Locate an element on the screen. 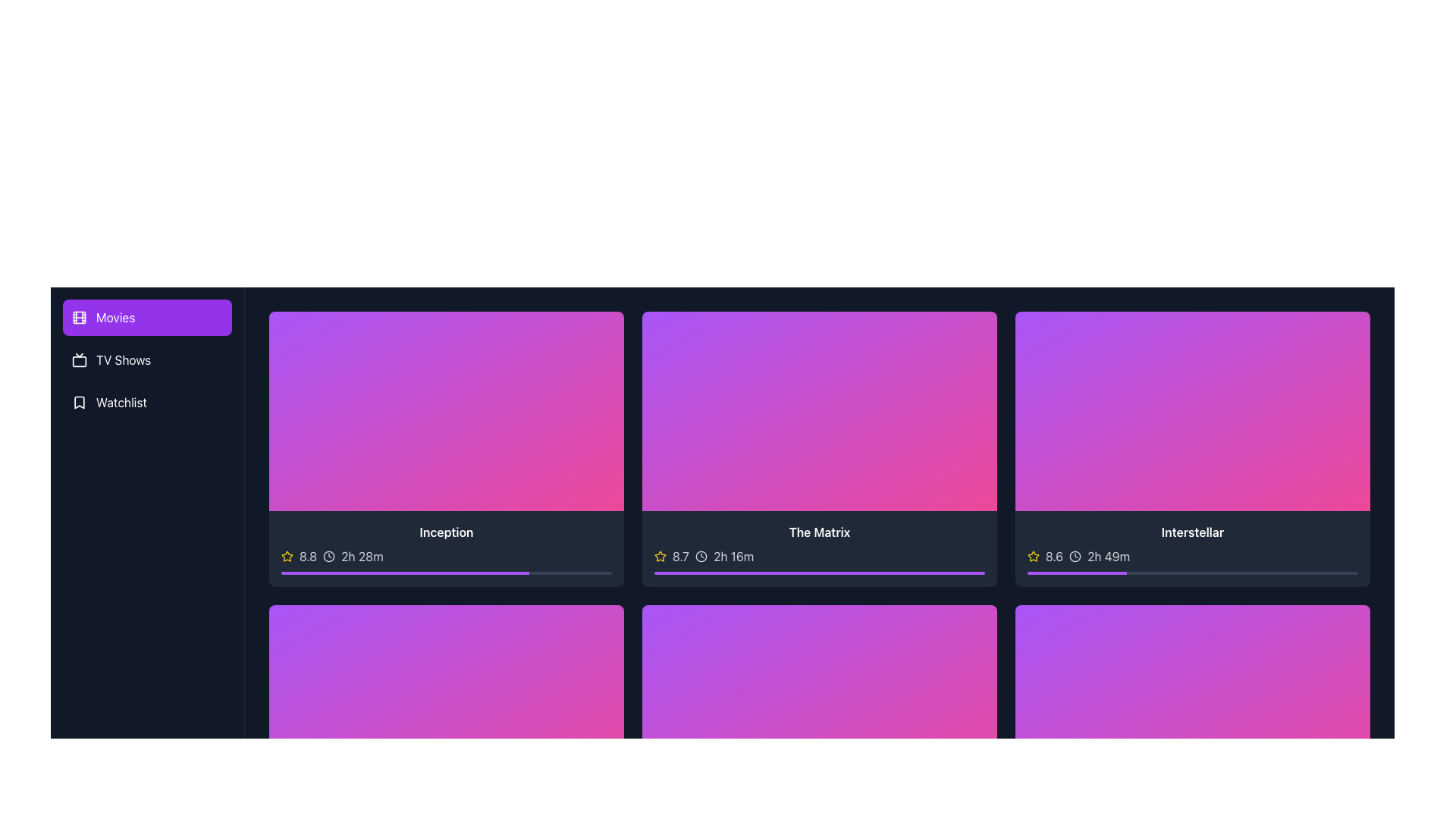 Image resolution: width=1456 pixels, height=819 pixels. the clock icon in the metadata area of the 'Interstellar' card, which is positioned after the rating text ('8.6') and before the duration text ('2h 49m') is located at coordinates (1075, 557).